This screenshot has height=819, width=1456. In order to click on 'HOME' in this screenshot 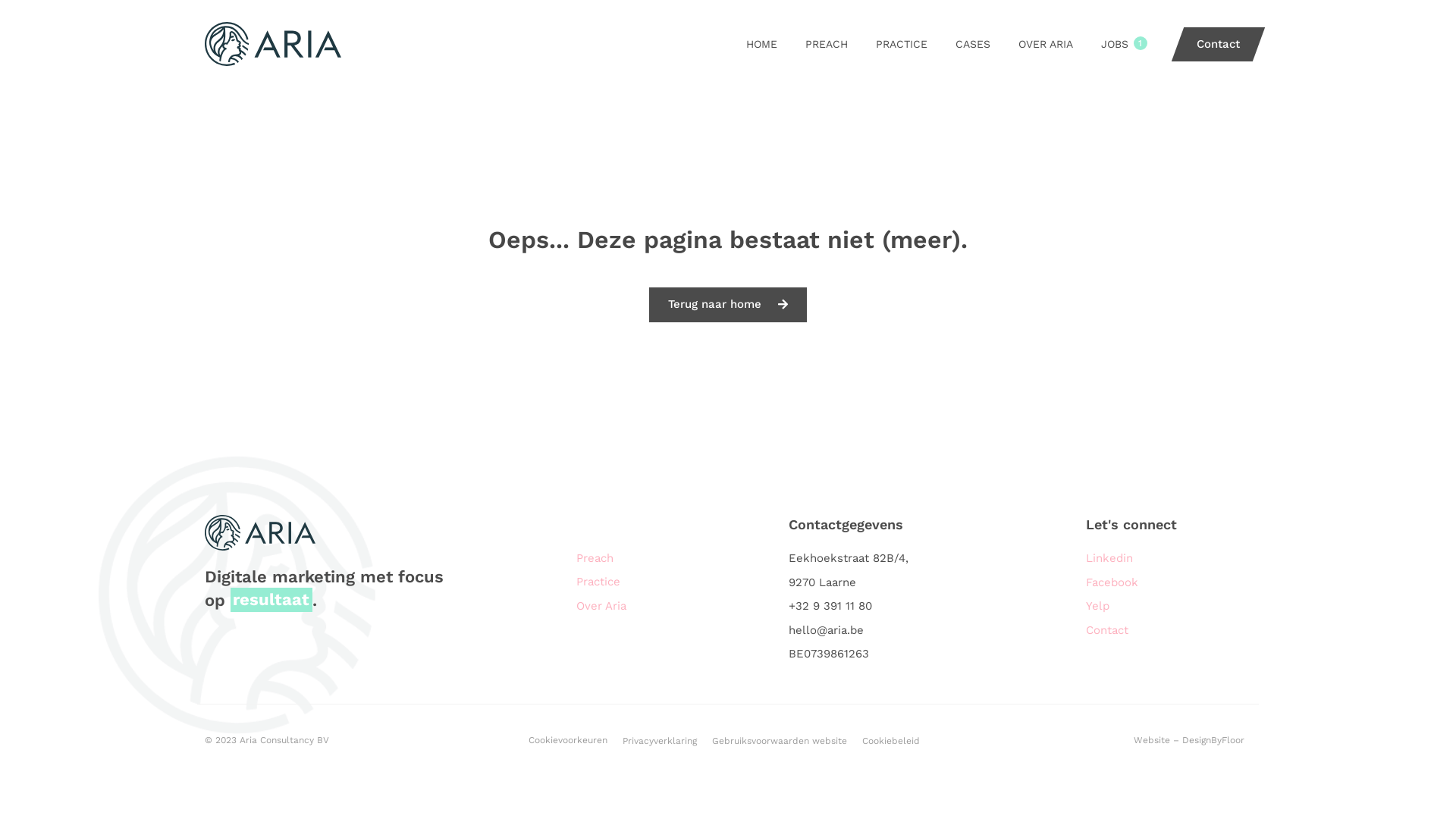, I will do `click(761, 42)`.